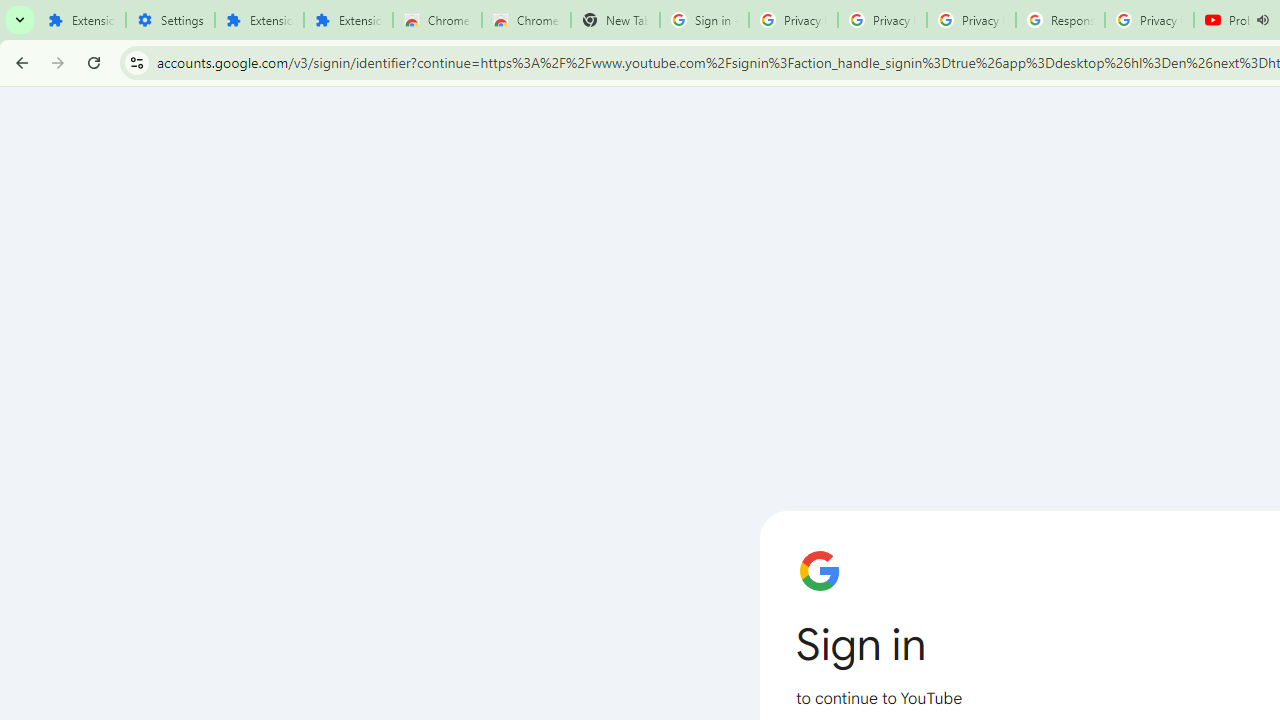 The image size is (1280, 720). I want to click on 'Chrome Web Store - Themes', so click(526, 20).